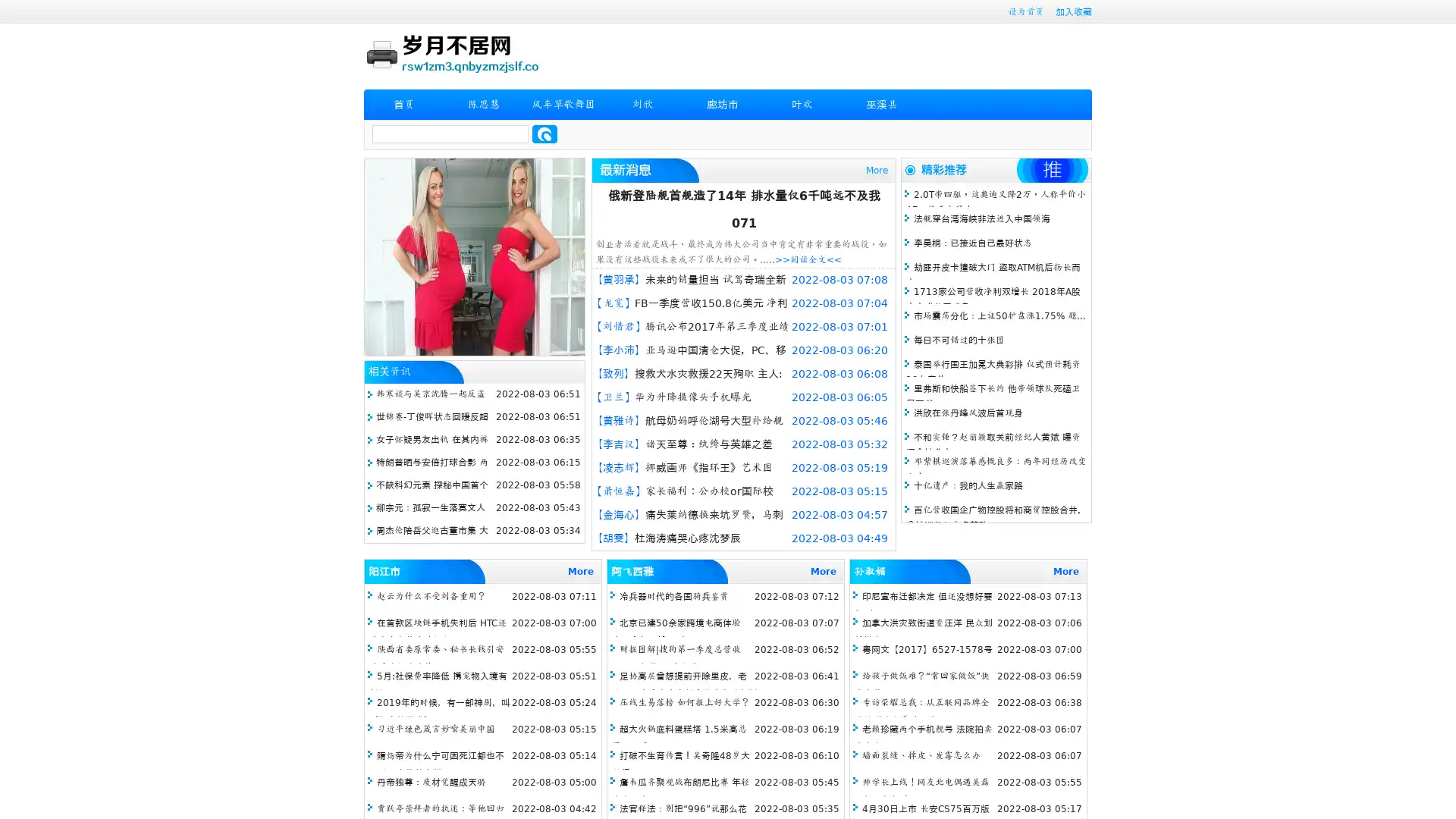  I want to click on Search, so click(544, 133).